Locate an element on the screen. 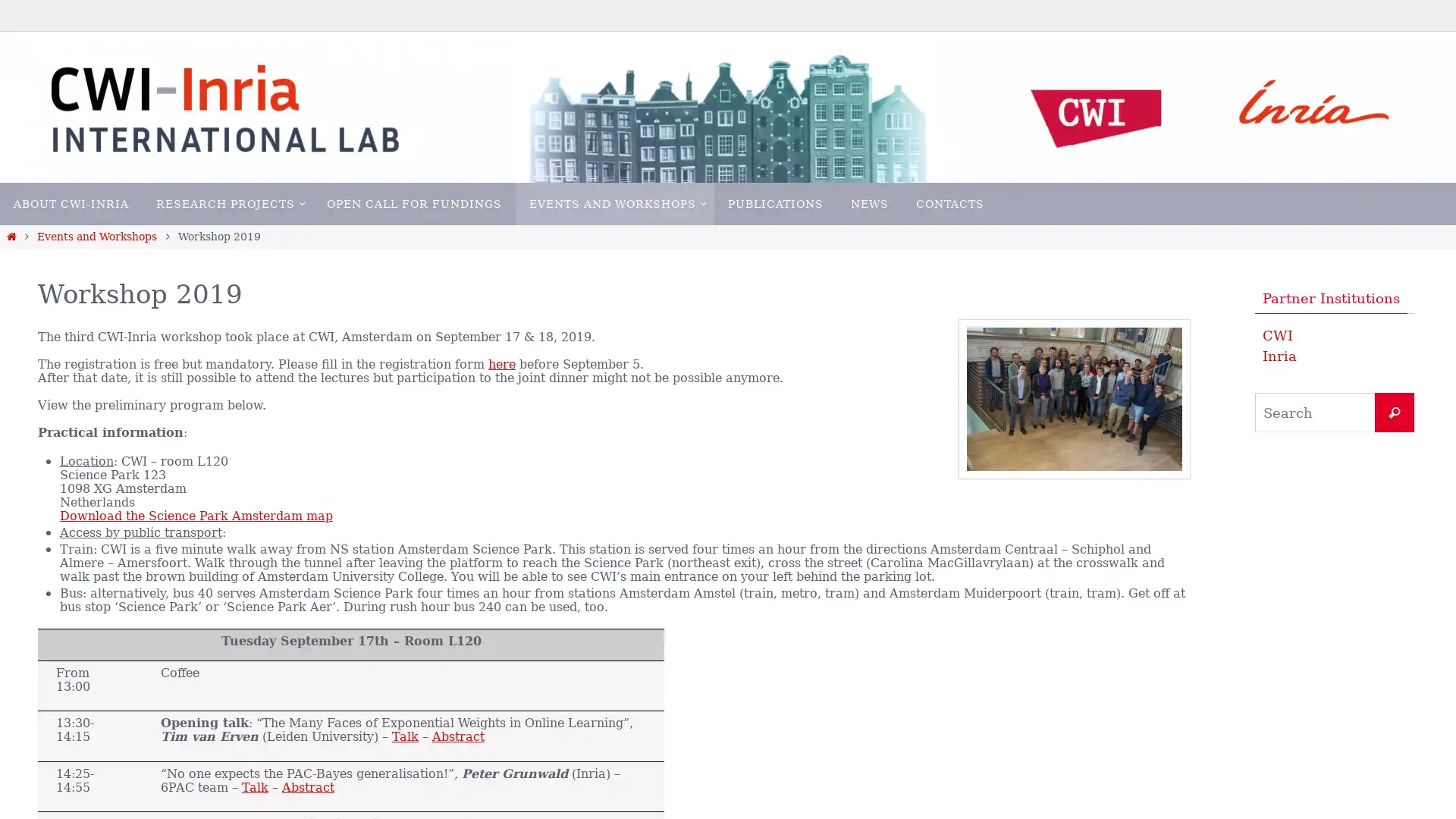  Search is located at coordinates (1394, 412).